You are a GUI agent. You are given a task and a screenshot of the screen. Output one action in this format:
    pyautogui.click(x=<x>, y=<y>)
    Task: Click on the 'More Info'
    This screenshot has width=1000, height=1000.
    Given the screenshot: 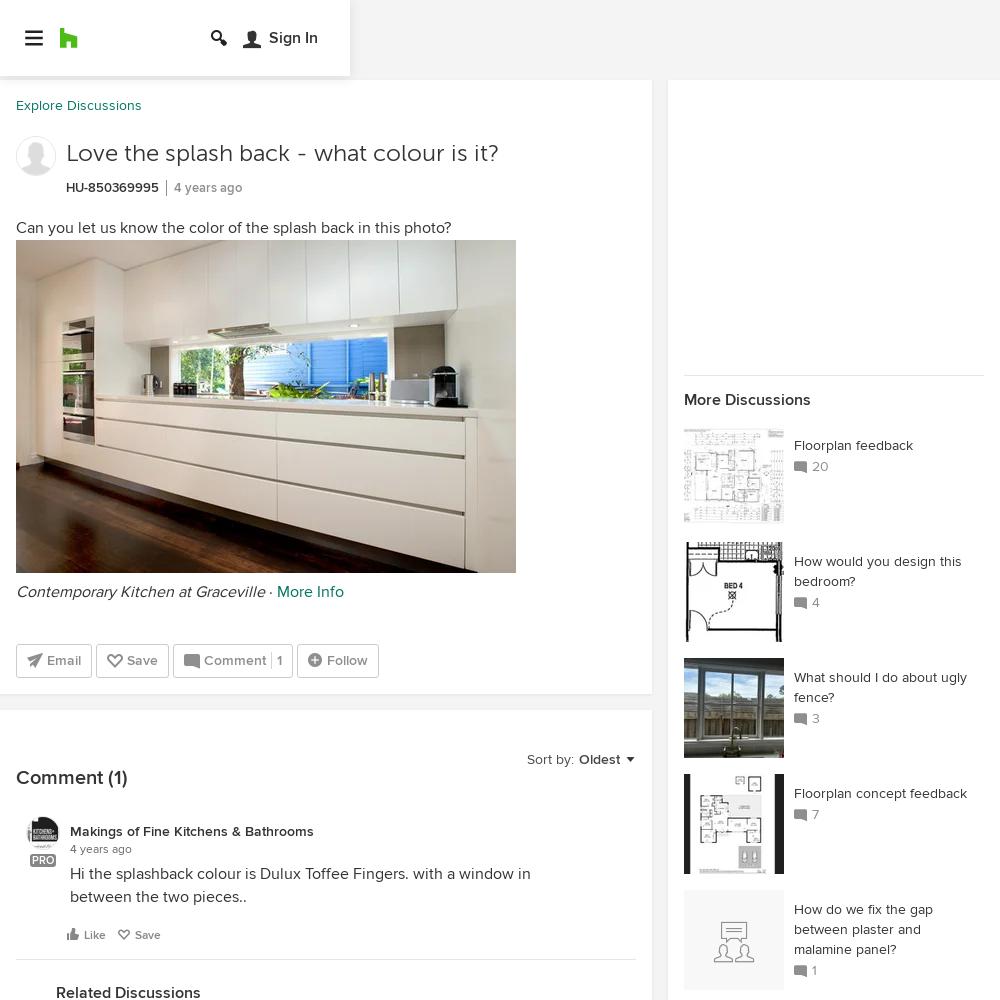 What is the action you would take?
    pyautogui.click(x=310, y=591)
    